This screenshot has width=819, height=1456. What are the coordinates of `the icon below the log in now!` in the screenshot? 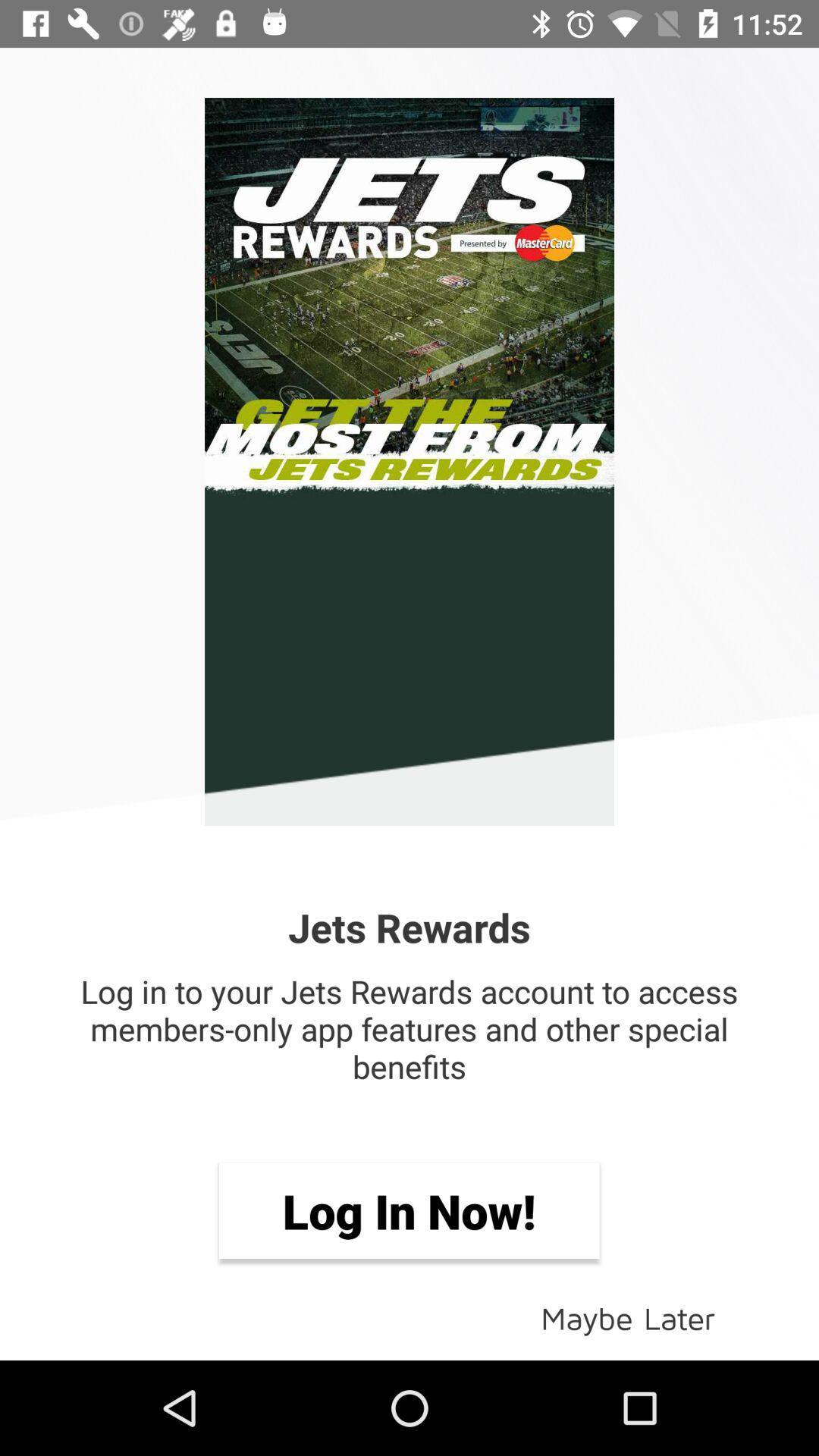 It's located at (628, 1316).